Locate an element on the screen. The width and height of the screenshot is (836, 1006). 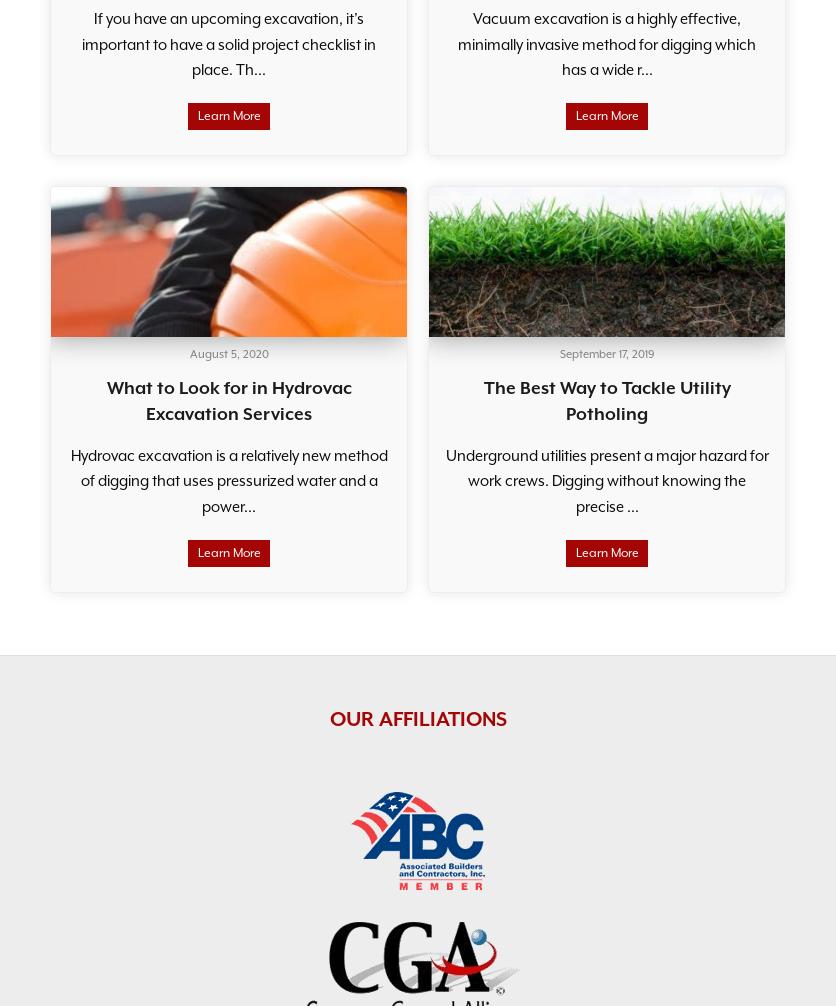
'If you have an upcoming excavation, it’s important to have a solid project checklist in place. Th...' is located at coordinates (228, 43).